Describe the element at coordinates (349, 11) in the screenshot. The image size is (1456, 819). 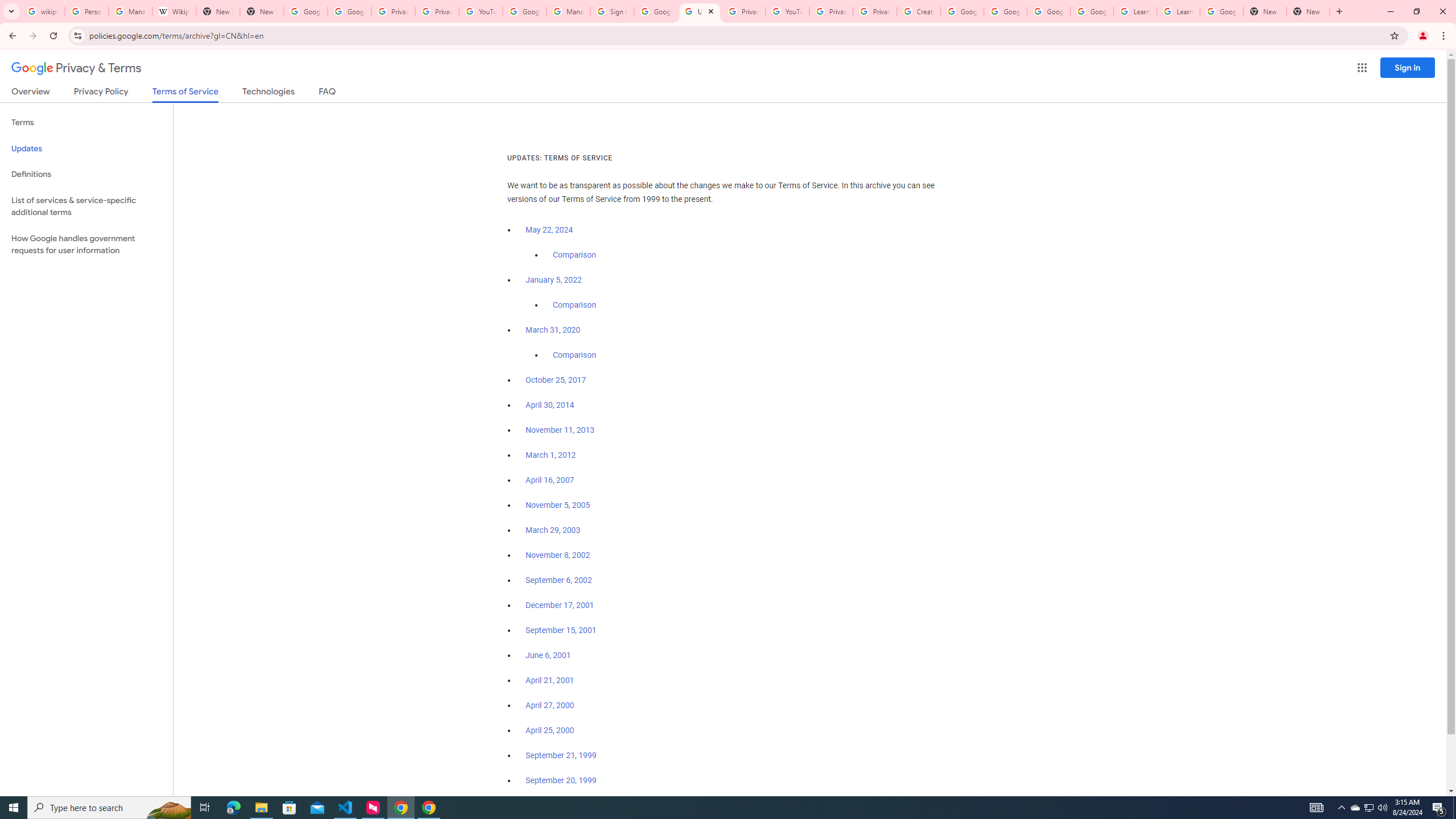
I see `'Google Drive: Sign-in'` at that location.